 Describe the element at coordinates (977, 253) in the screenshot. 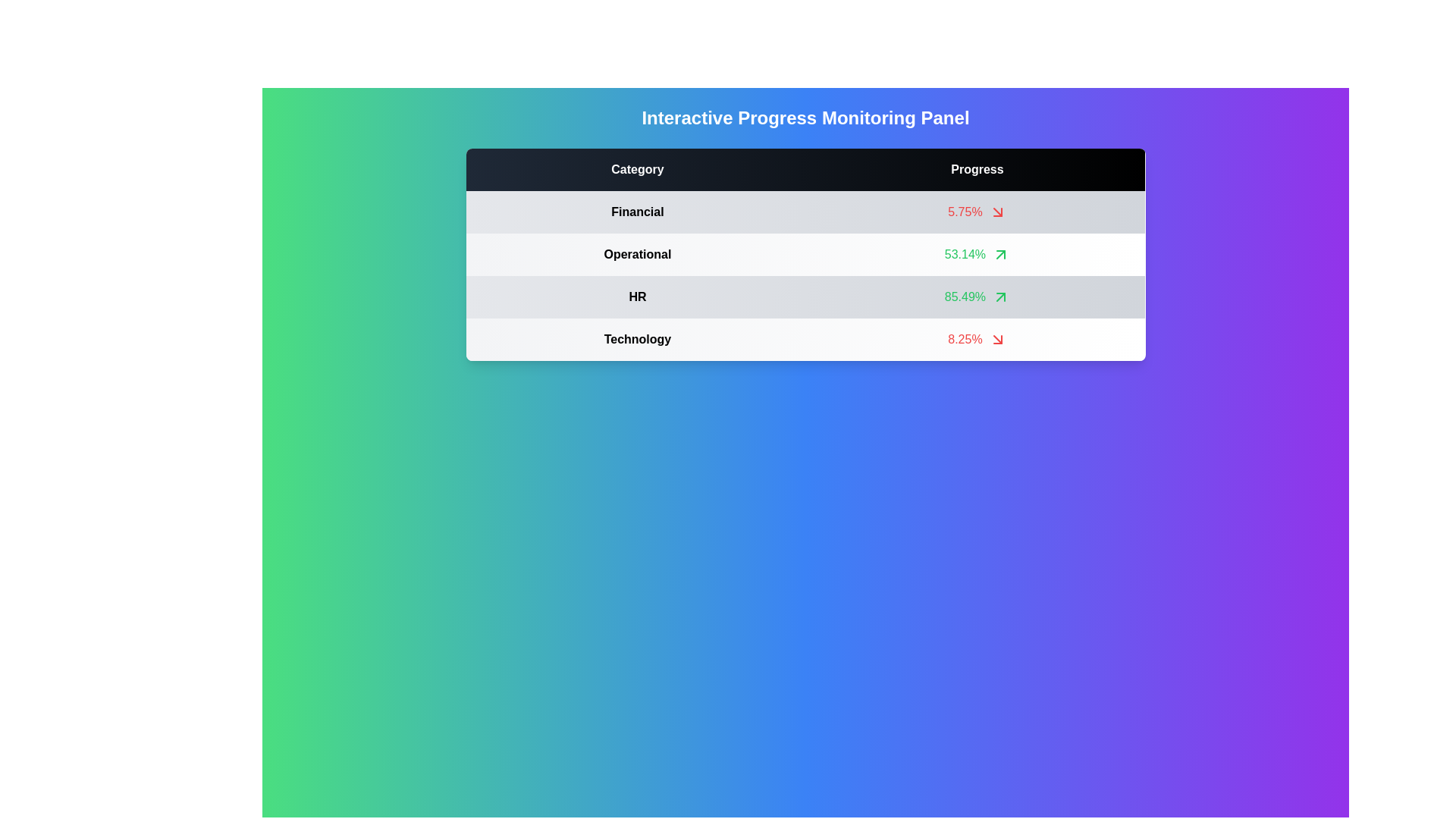

I see `the row corresponding to the Operational category` at that location.